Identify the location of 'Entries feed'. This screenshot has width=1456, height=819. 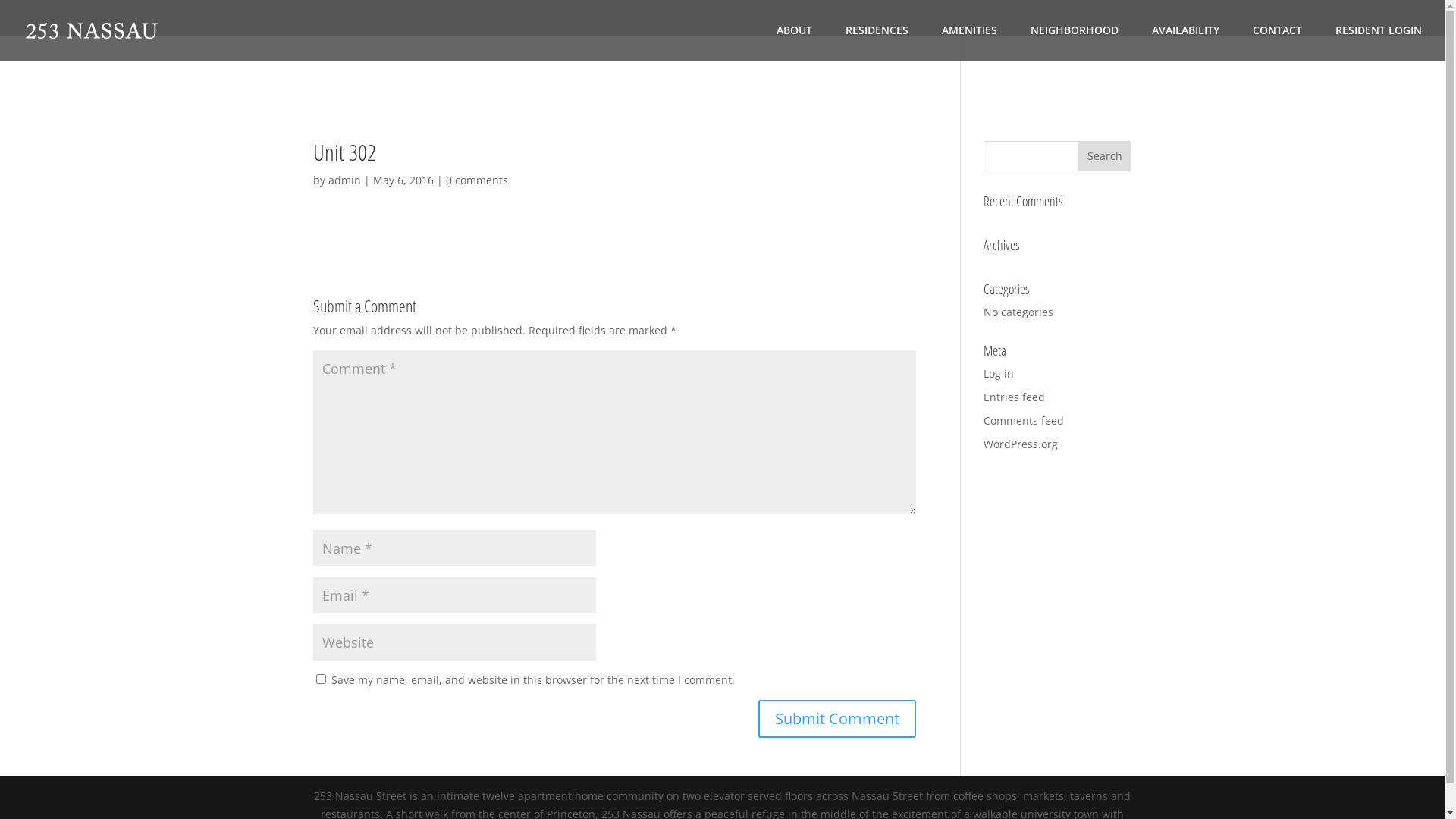
(983, 396).